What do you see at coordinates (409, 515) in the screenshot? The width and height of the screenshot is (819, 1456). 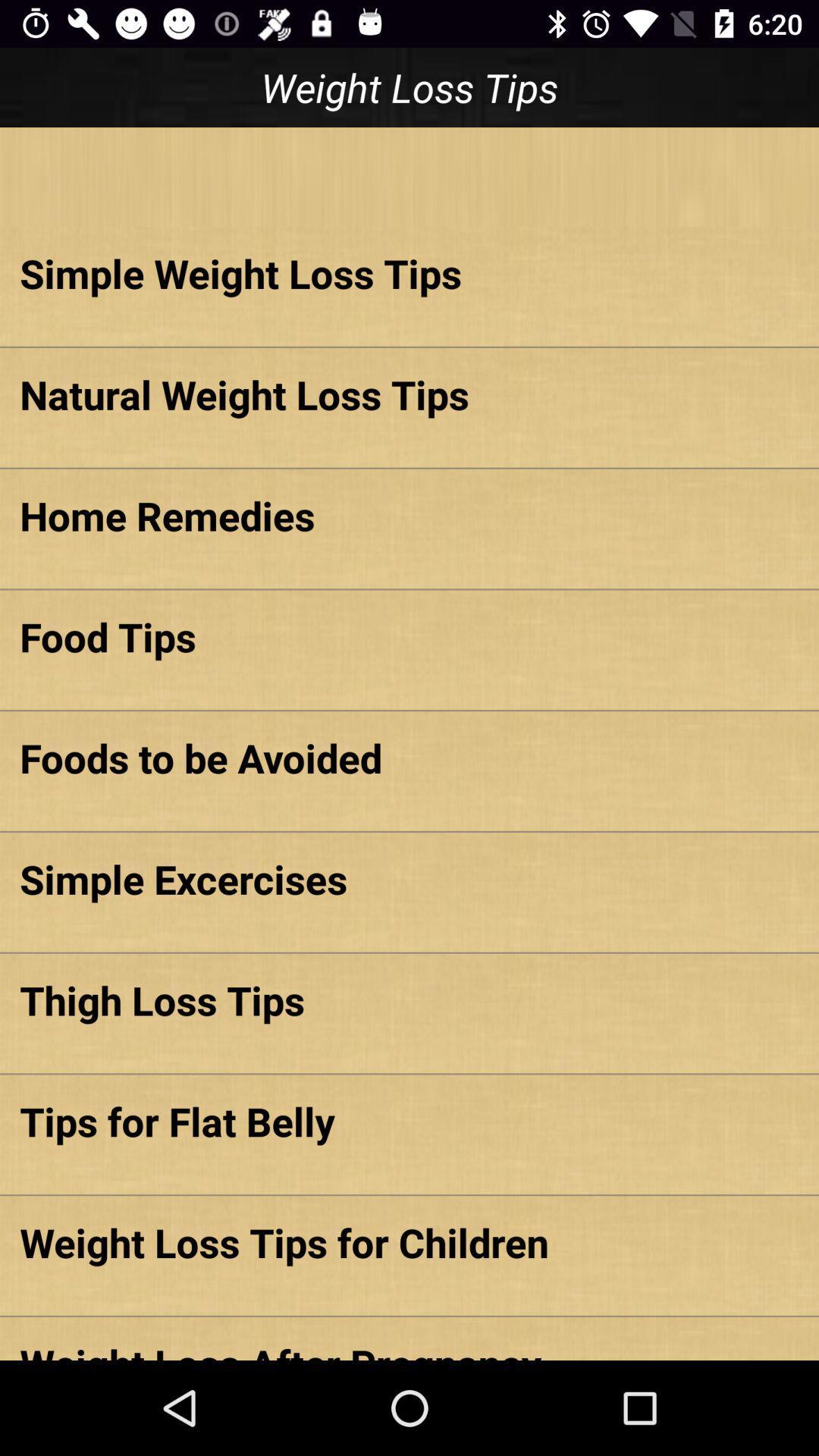 I see `icon above food tips item` at bounding box center [409, 515].